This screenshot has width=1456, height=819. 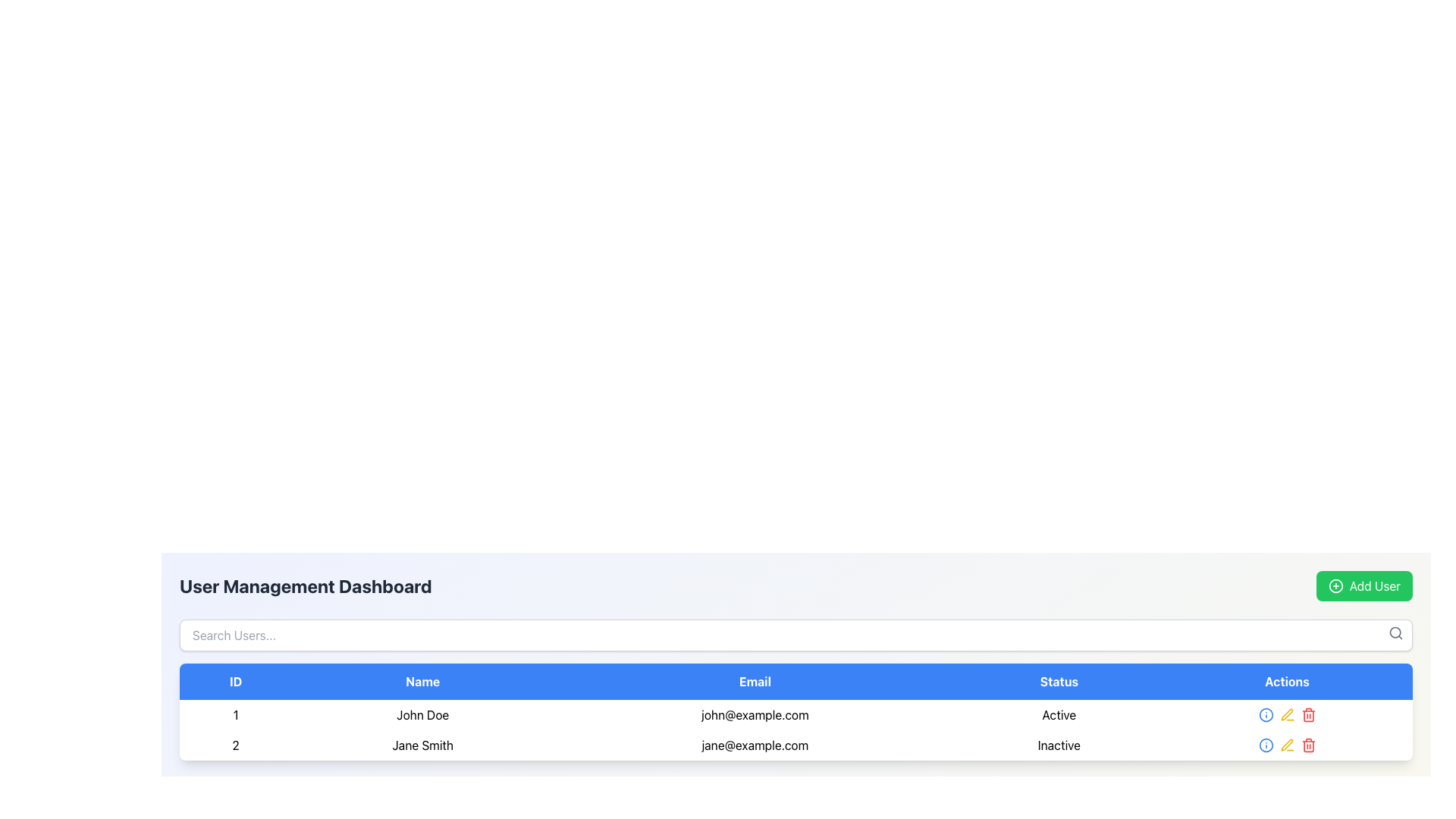 What do you see at coordinates (422, 680) in the screenshot?
I see `the text label reading 'Name' which is styled with a white font on a blue background and is centrally aligned within the header row of a table` at bounding box center [422, 680].